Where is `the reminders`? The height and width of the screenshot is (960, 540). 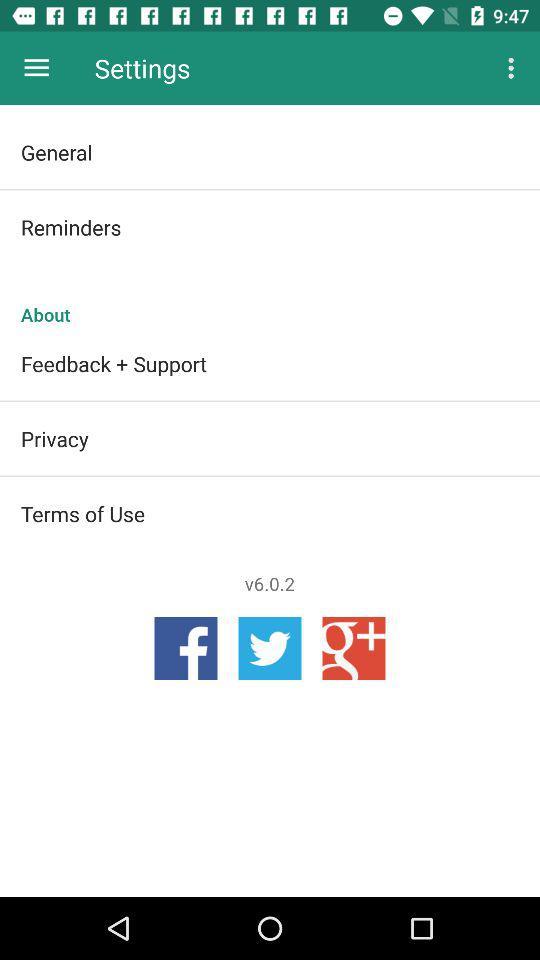
the reminders is located at coordinates (270, 227).